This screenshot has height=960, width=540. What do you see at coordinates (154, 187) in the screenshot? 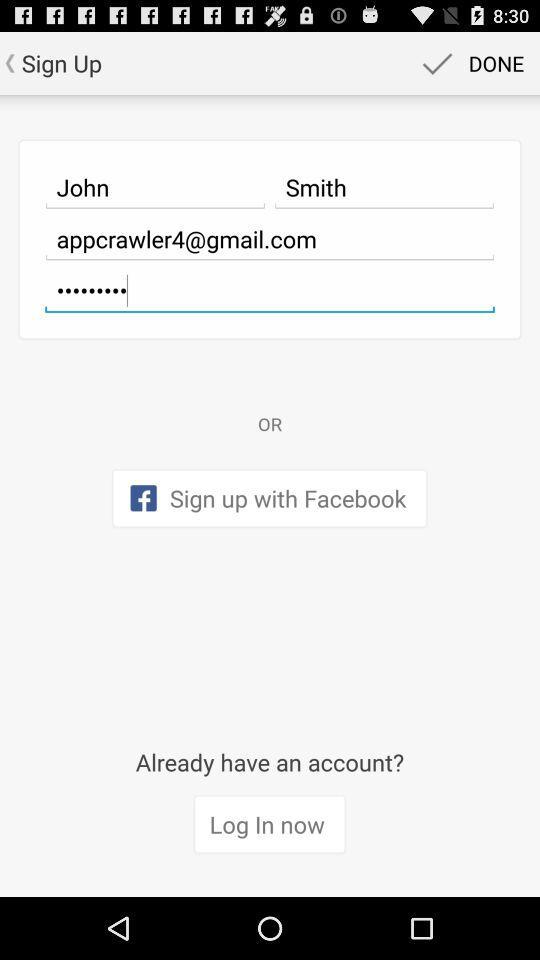
I see `the john icon` at bounding box center [154, 187].